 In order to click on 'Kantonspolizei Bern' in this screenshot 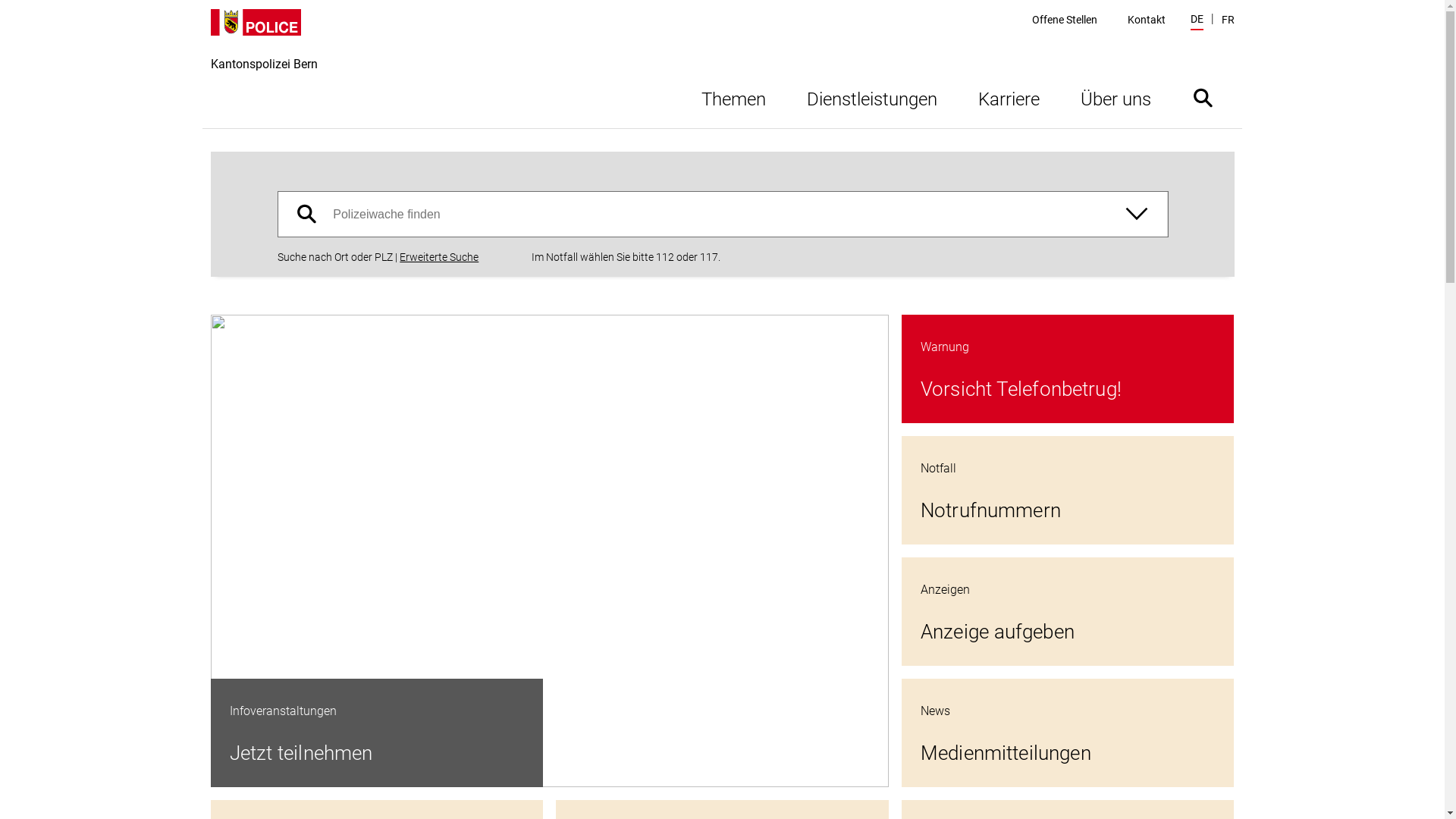, I will do `click(210, 67)`.